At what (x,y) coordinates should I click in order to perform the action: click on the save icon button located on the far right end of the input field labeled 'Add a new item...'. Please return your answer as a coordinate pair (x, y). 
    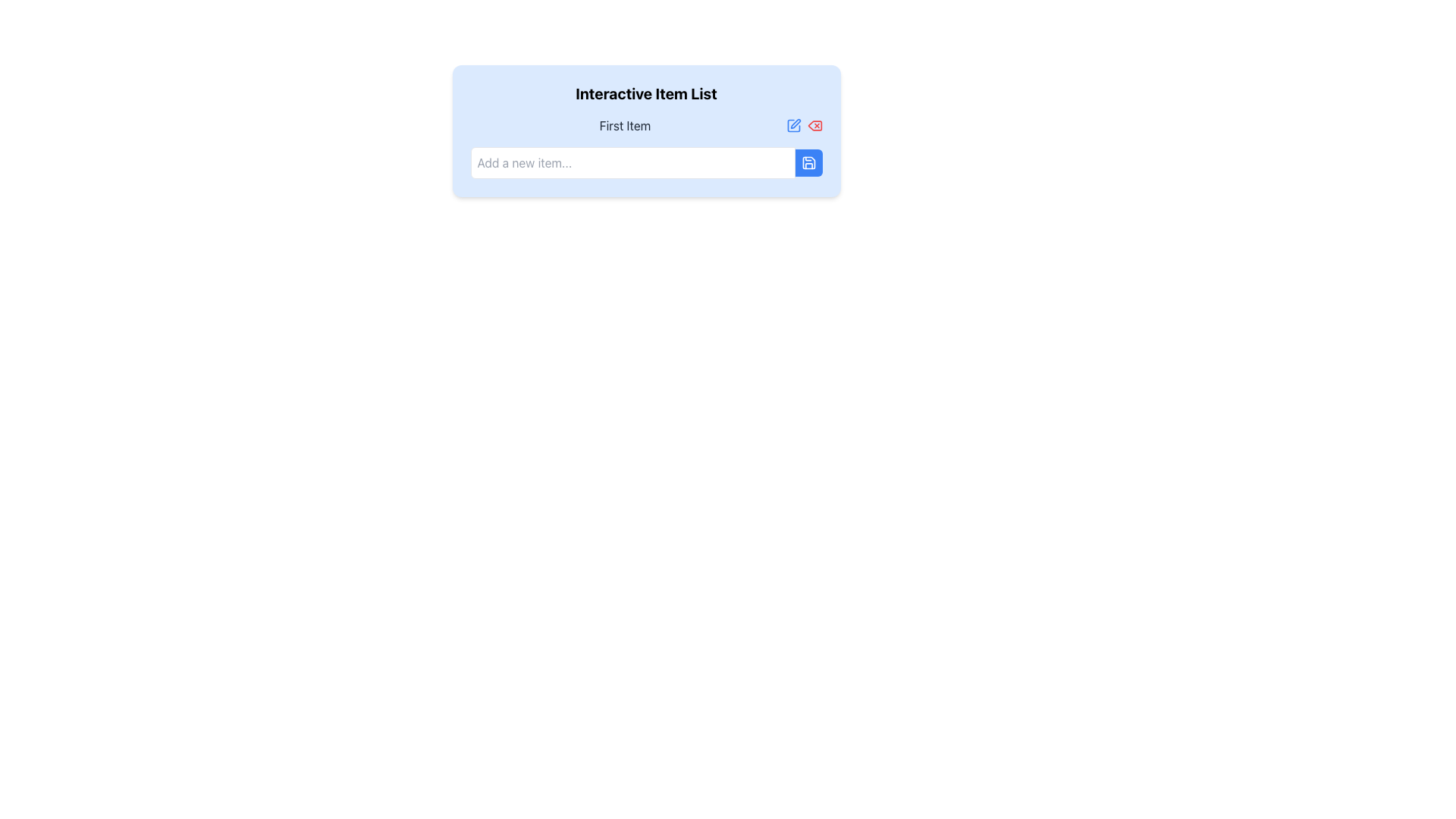
    Looking at the image, I should click on (808, 163).